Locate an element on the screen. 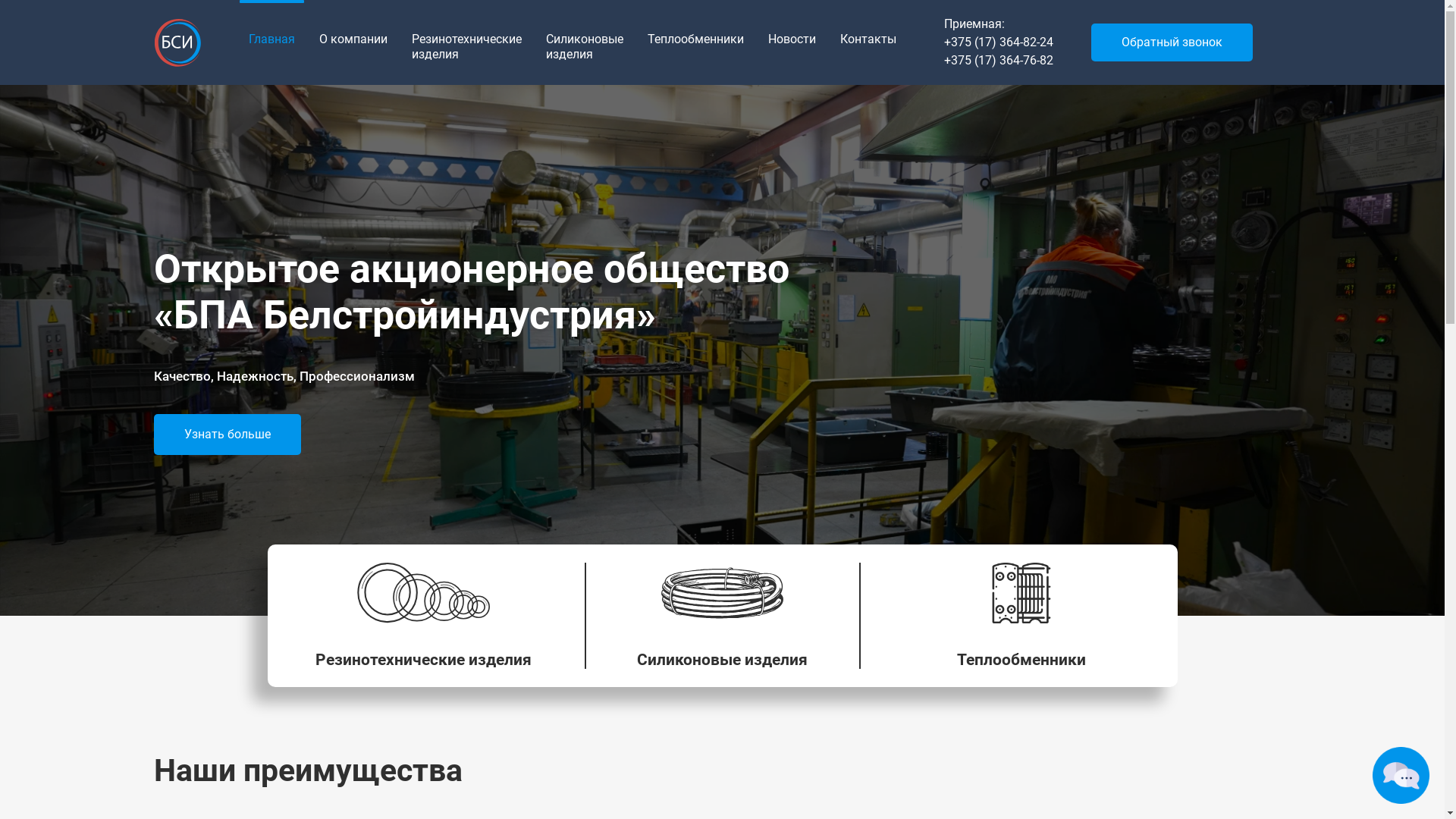 The image size is (1456, 819). '+375 (17) 364-82-24' is located at coordinates (997, 42).